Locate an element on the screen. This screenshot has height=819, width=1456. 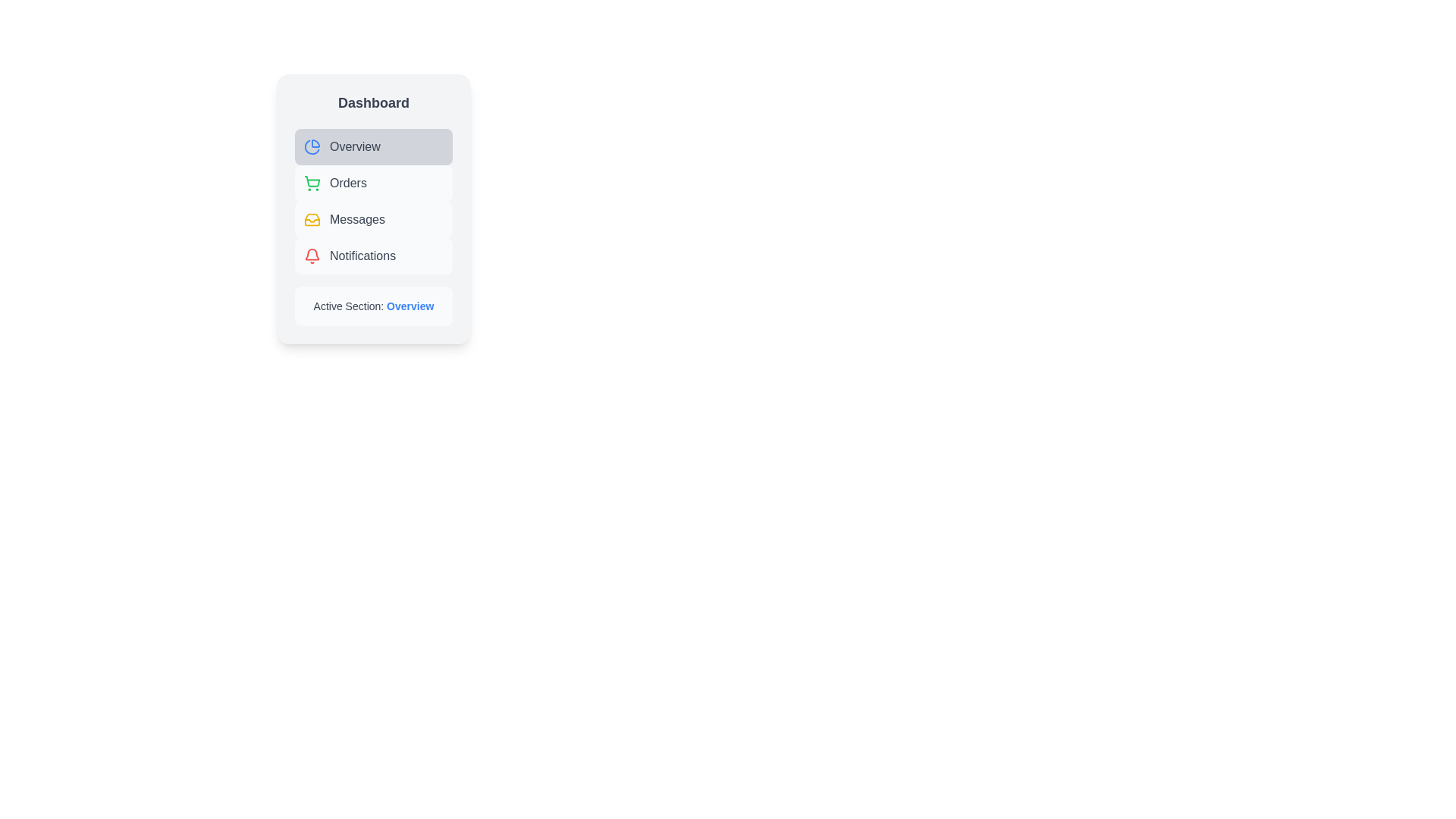
the menu item labeled Overview is located at coordinates (374, 146).